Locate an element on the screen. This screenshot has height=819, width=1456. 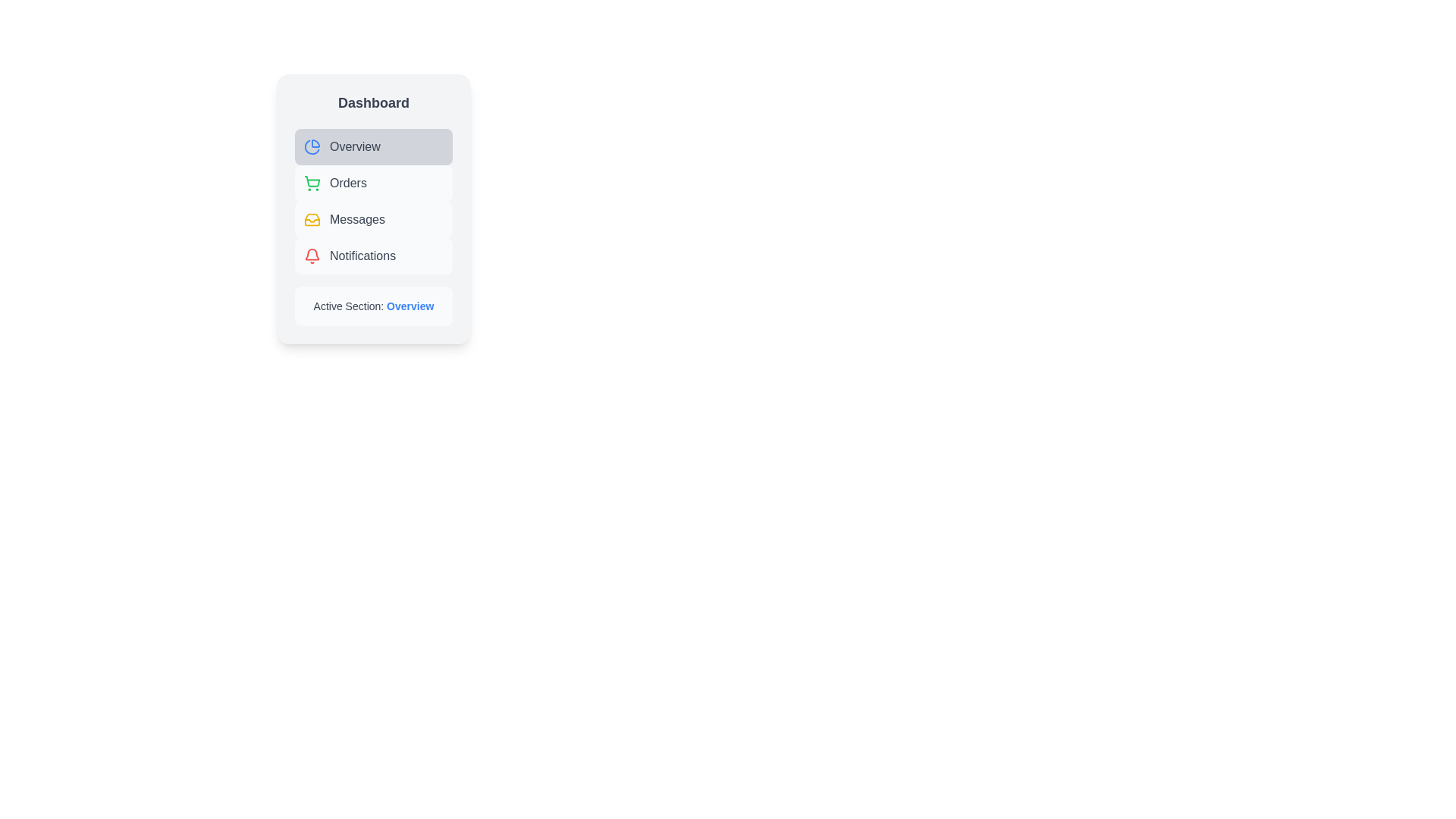
the menu item labeled Overview is located at coordinates (374, 146).